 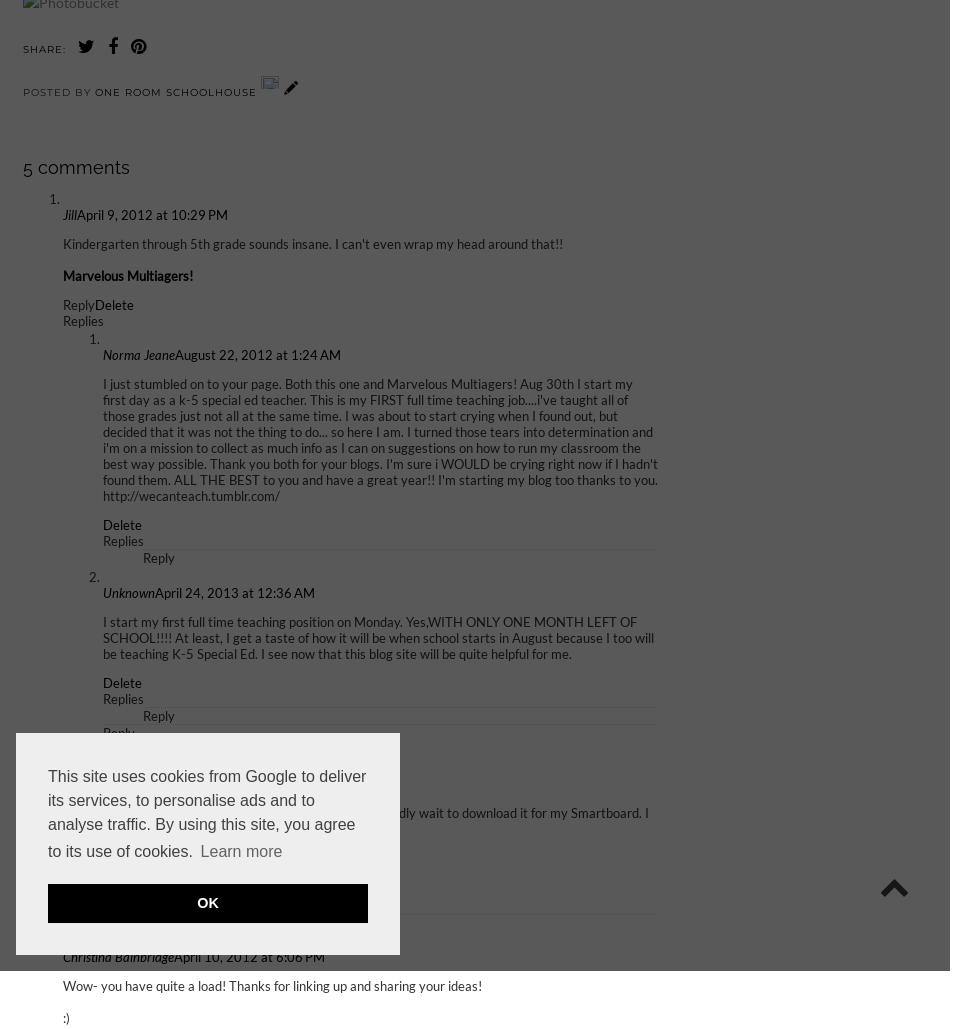 I want to click on 'Posted by', so click(x=21, y=90).